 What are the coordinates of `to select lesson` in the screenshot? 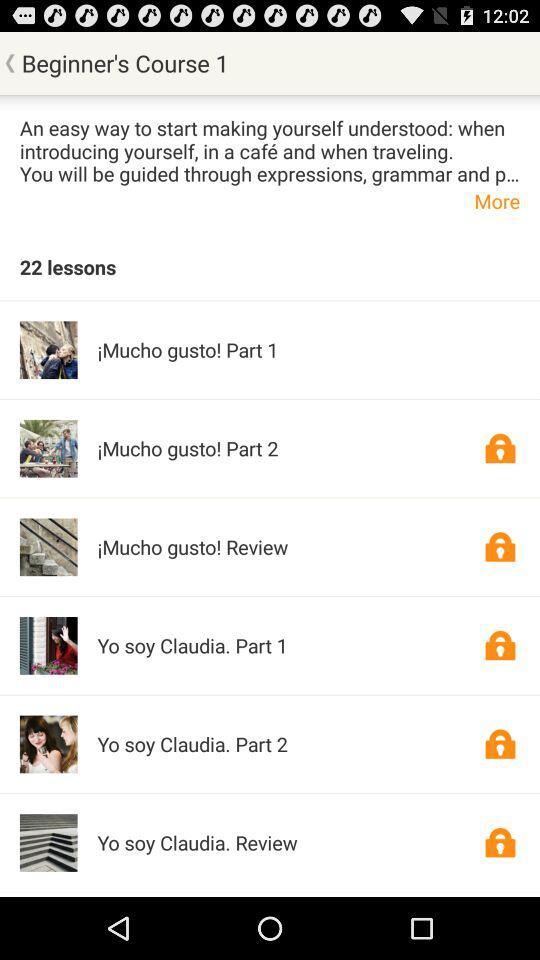 It's located at (499, 644).